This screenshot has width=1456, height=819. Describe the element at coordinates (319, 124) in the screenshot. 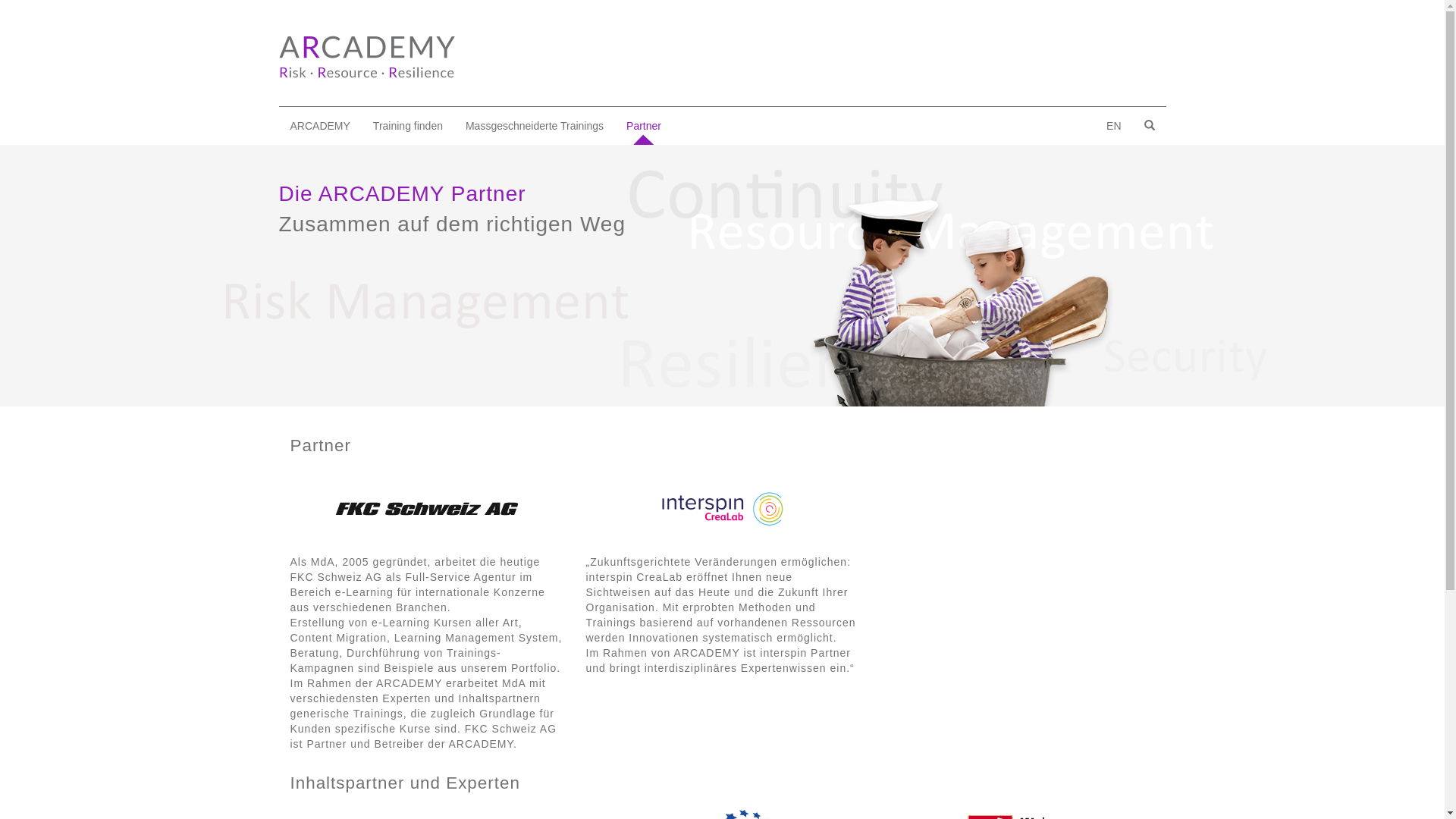

I see `'ARCADEMY'` at that location.